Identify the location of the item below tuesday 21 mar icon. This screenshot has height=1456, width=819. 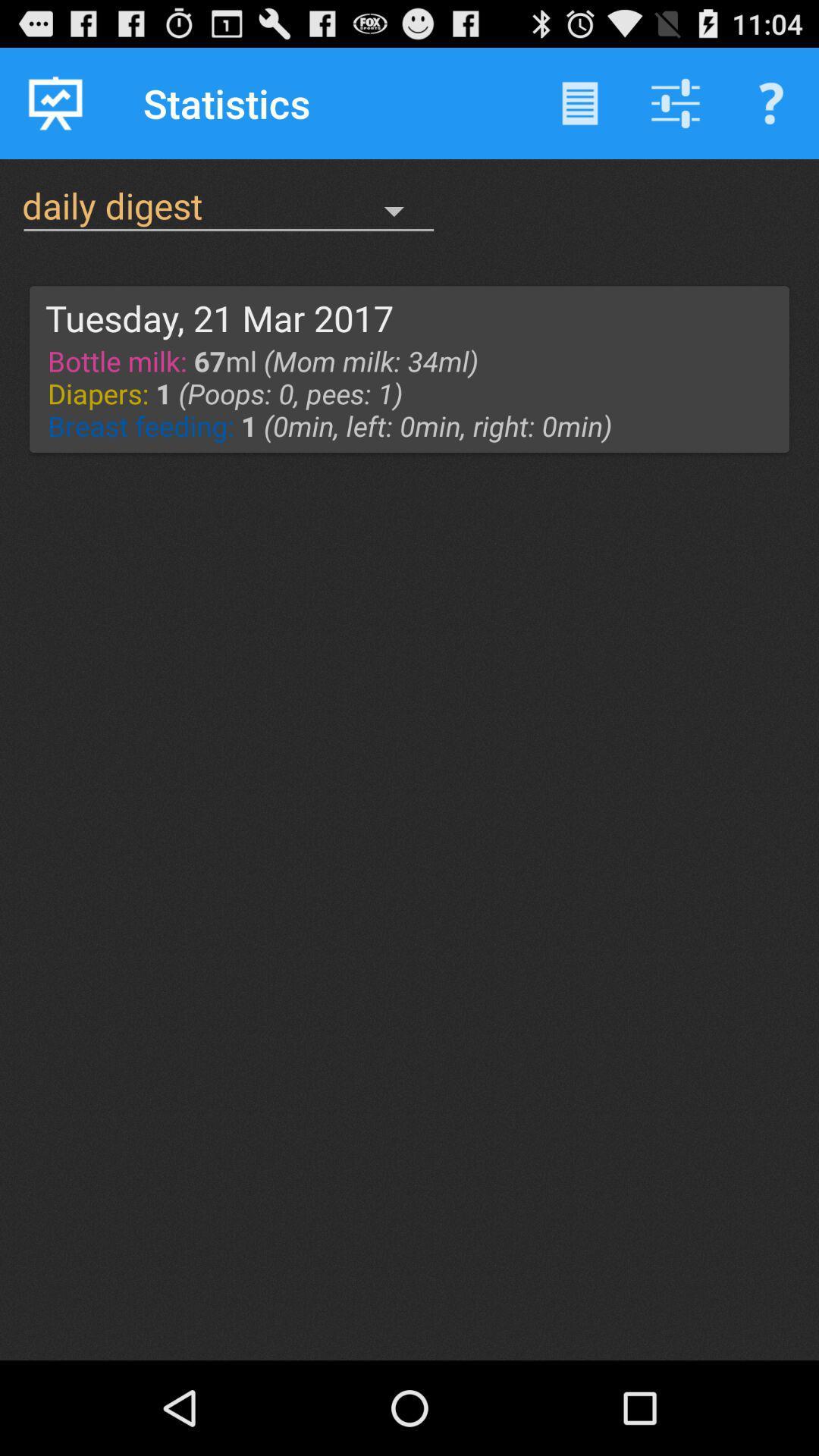
(413, 393).